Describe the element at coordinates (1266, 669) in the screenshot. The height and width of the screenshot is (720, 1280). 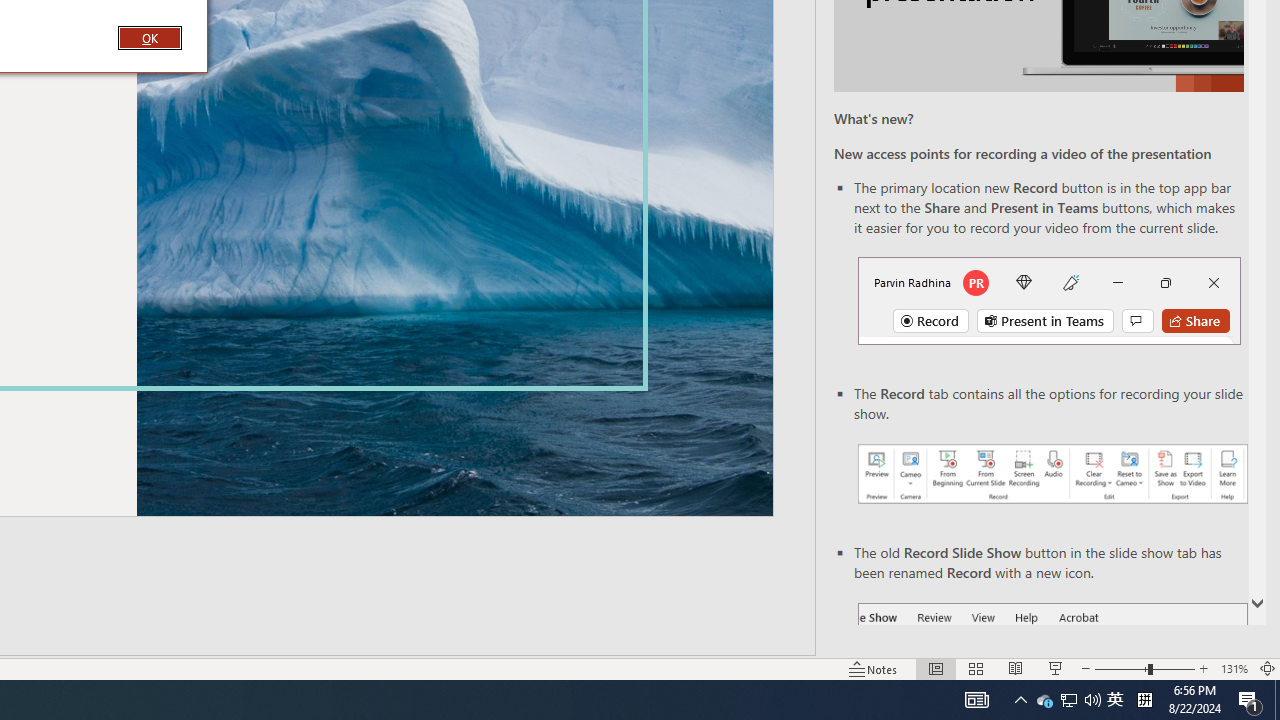
I see `'Zoom to Fit '` at that location.